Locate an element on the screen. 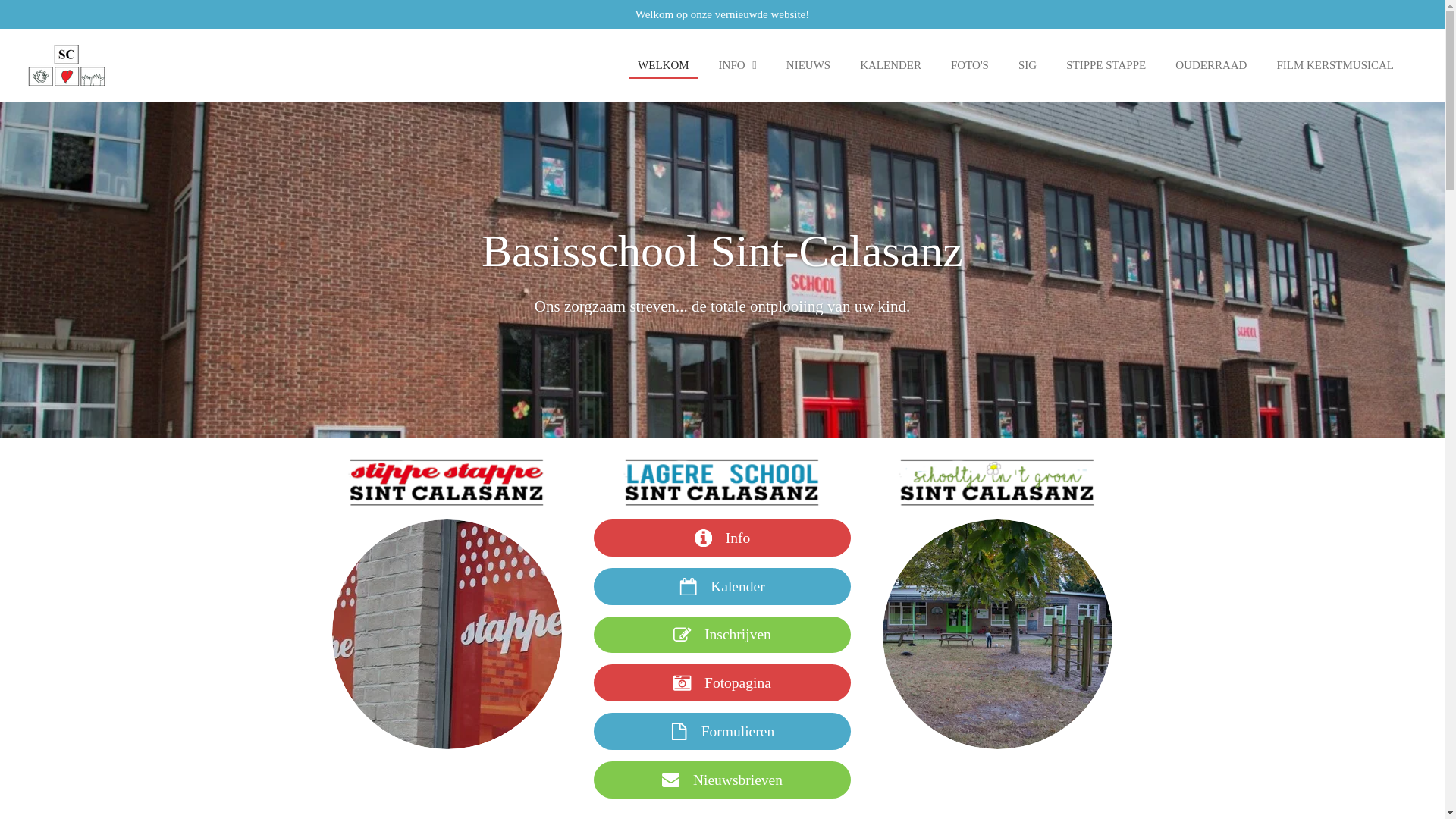 This screenshot has width=1456, height=819. 'SIG' is located at coordinates (1027, 64).